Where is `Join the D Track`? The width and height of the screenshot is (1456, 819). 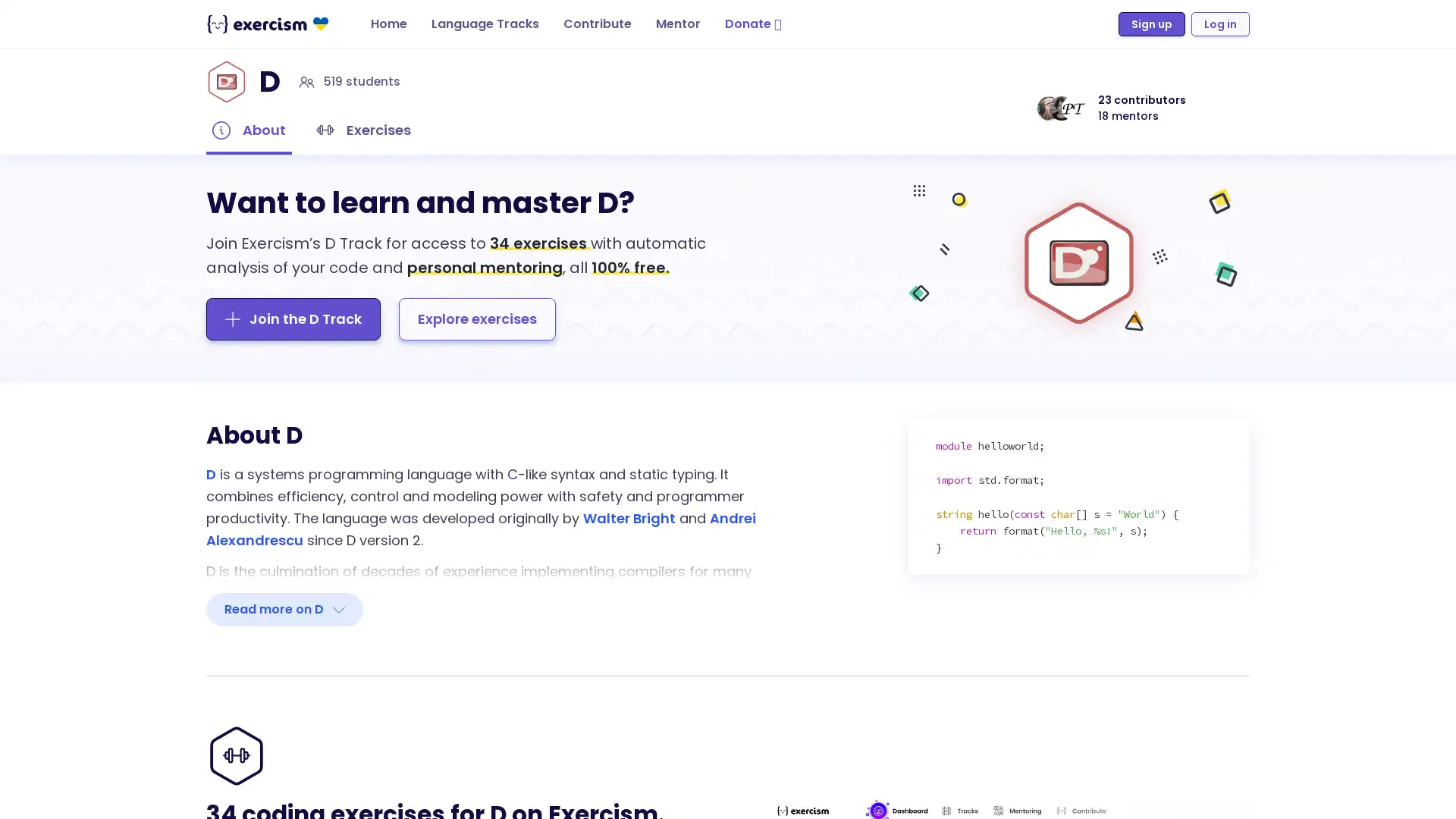 Join the D Track is located at coordinates (293, 318).